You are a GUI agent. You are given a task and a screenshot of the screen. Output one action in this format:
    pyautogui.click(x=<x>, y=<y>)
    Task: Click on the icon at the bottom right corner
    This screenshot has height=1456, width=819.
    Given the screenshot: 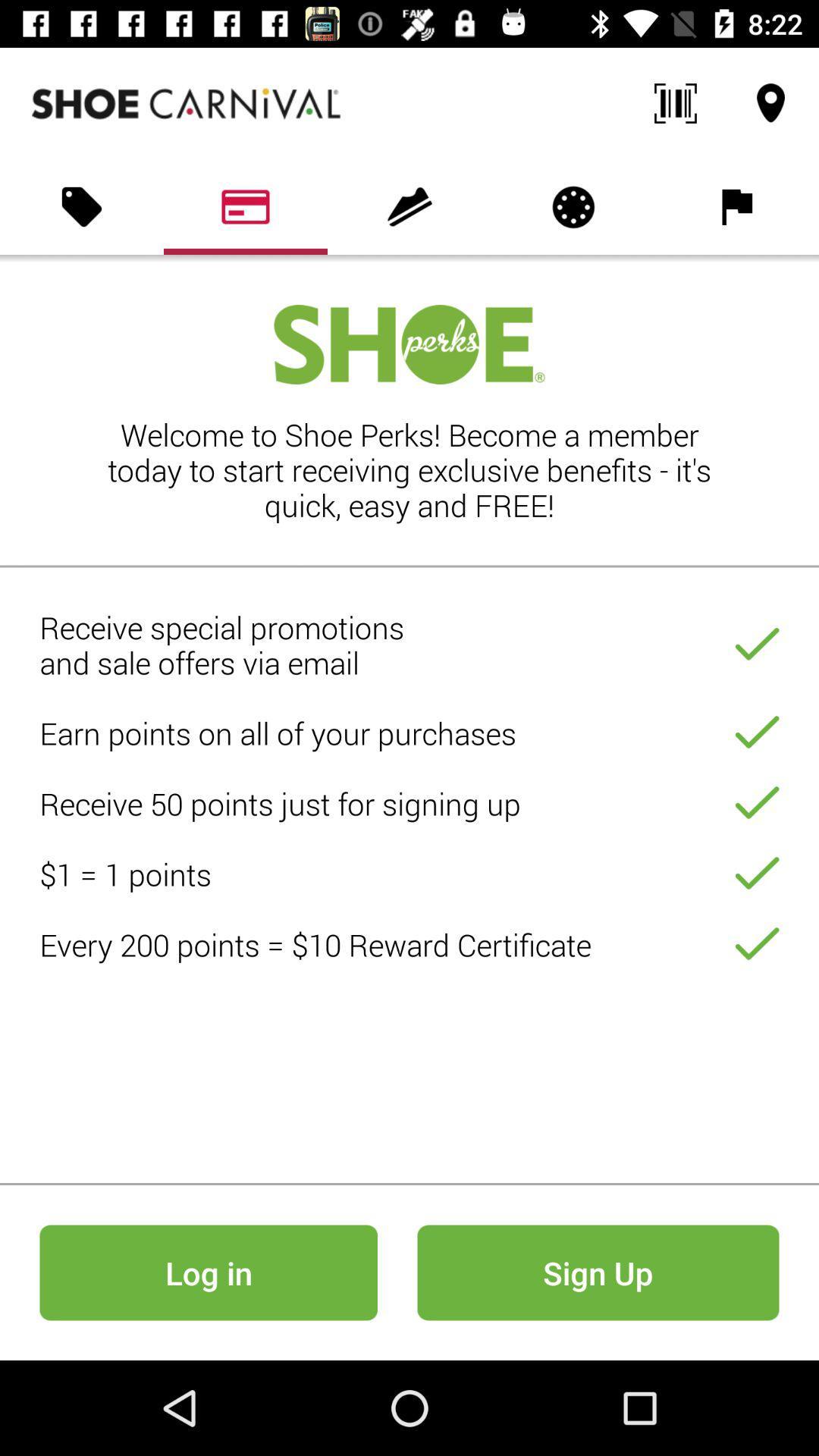 What is the action you would take?
    pyautogui.click(x=598, y=1272)
    